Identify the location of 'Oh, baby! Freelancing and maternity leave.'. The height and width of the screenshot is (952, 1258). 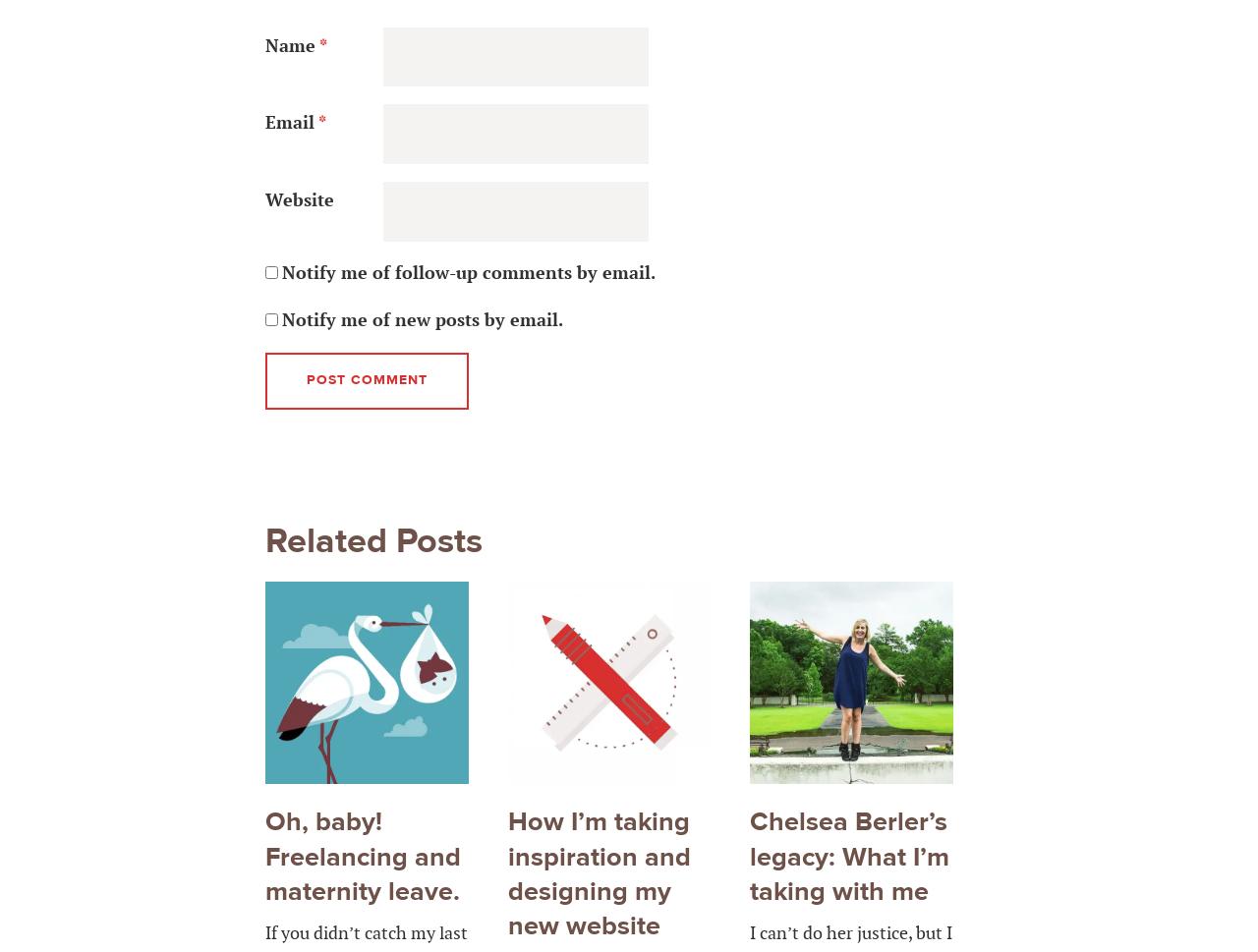
(363, 856).